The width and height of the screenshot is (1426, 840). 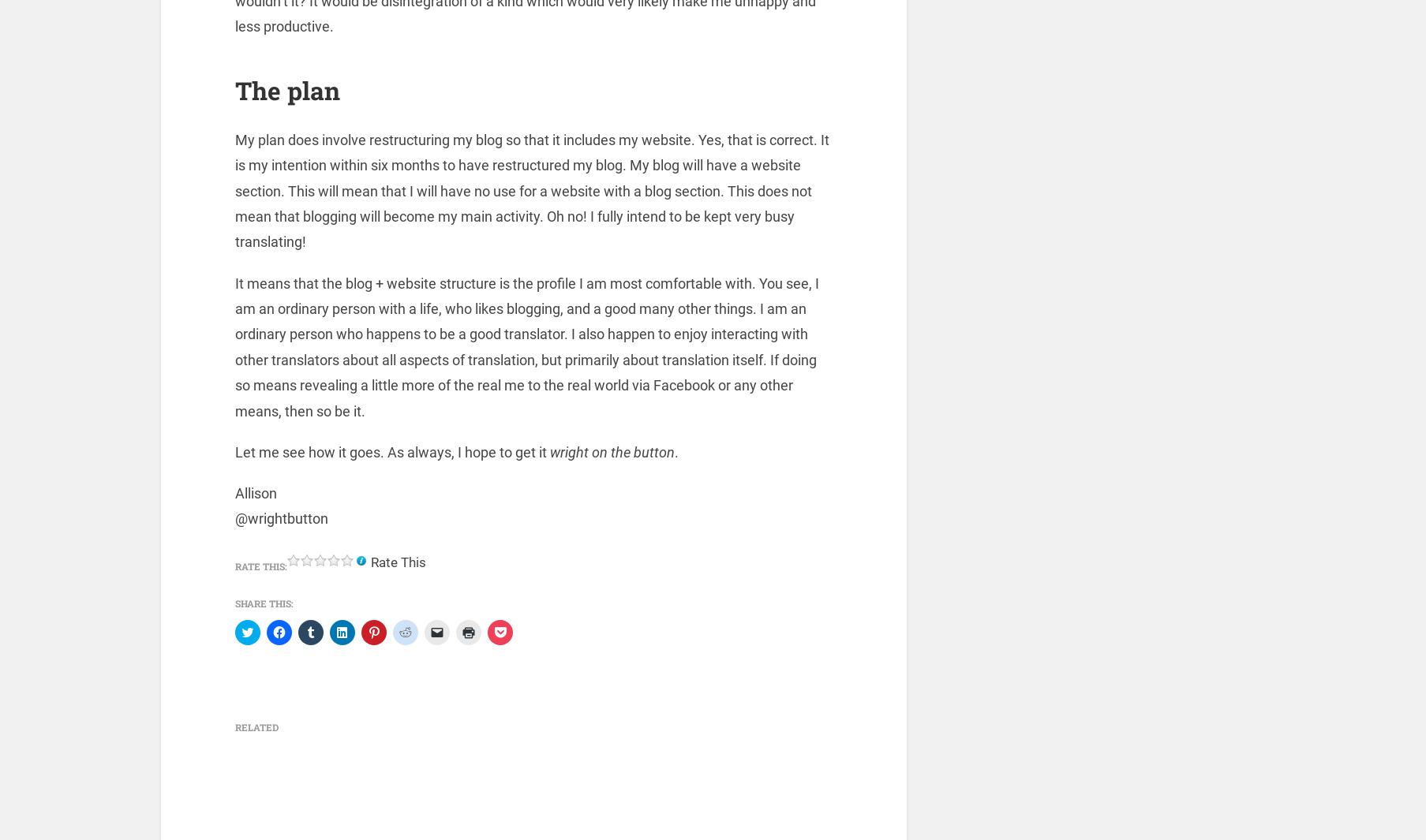 What do you see at coordinates (391, 455) in the screenshot?
I see `'Let me see how it goes. As always, I hope to get it'` at bounding box center [391, 455].